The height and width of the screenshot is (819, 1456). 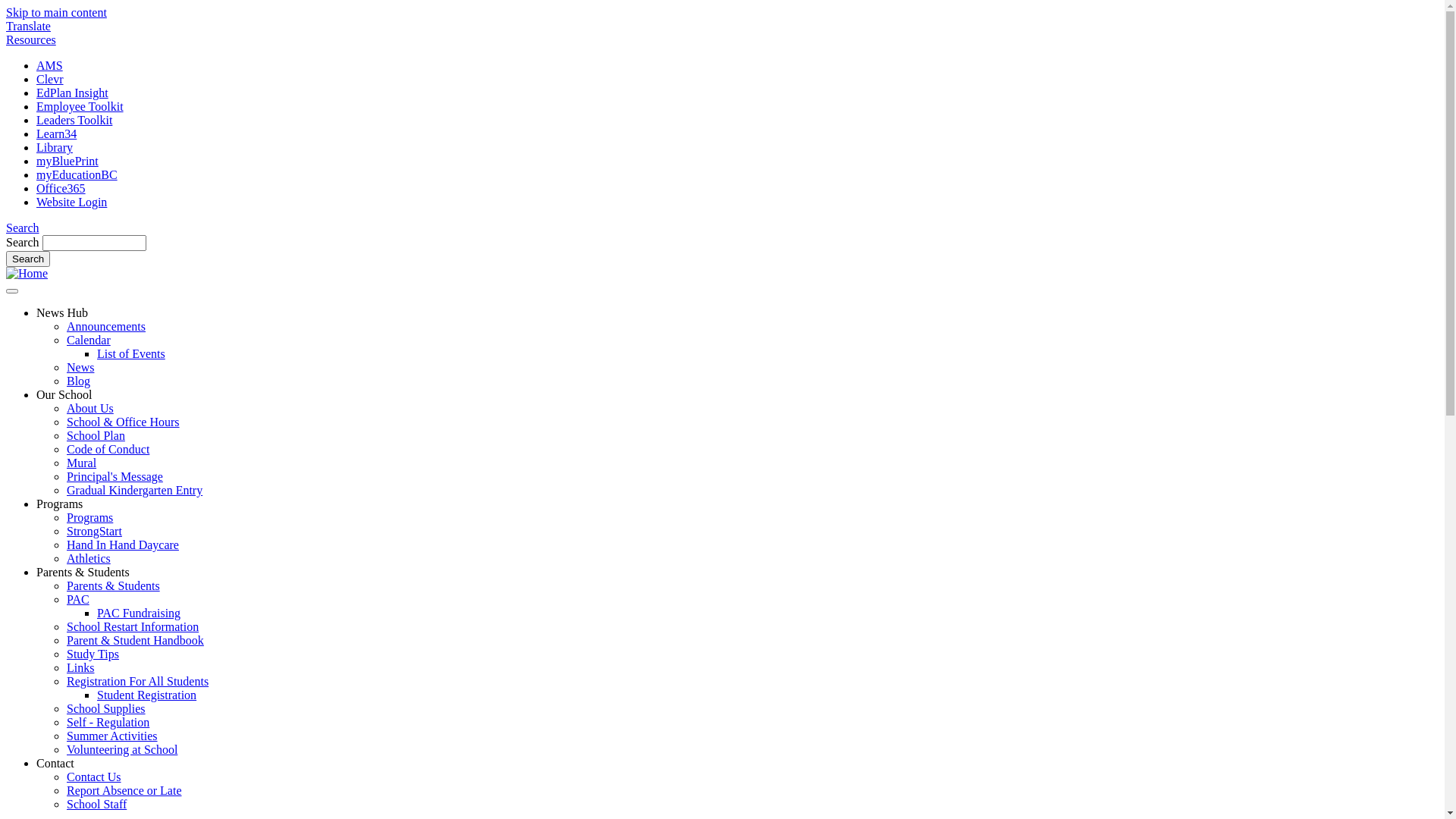 What do you see at coordinates (123, 544) in the screenshot?
I see `'Hand In Hand Daycare'` at bounding box center [123, 544].